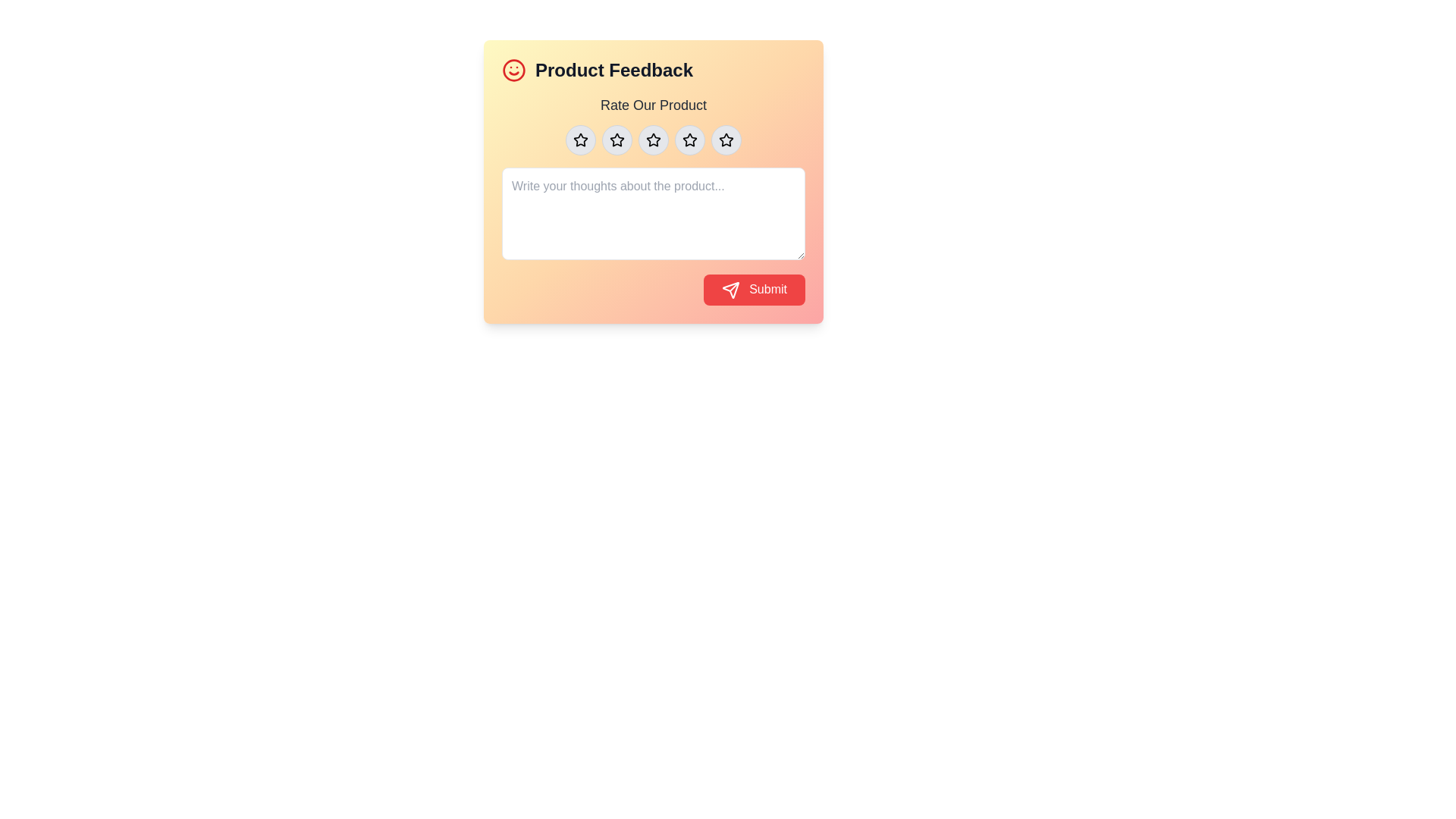 This screenshot has width=1456, height=819. Describe the element at coordinates (654, 140) in the screenshot. I see `the third interactive rating star, styled as a hollow outline with a bold stroke in the feedback interface panel` at that location.